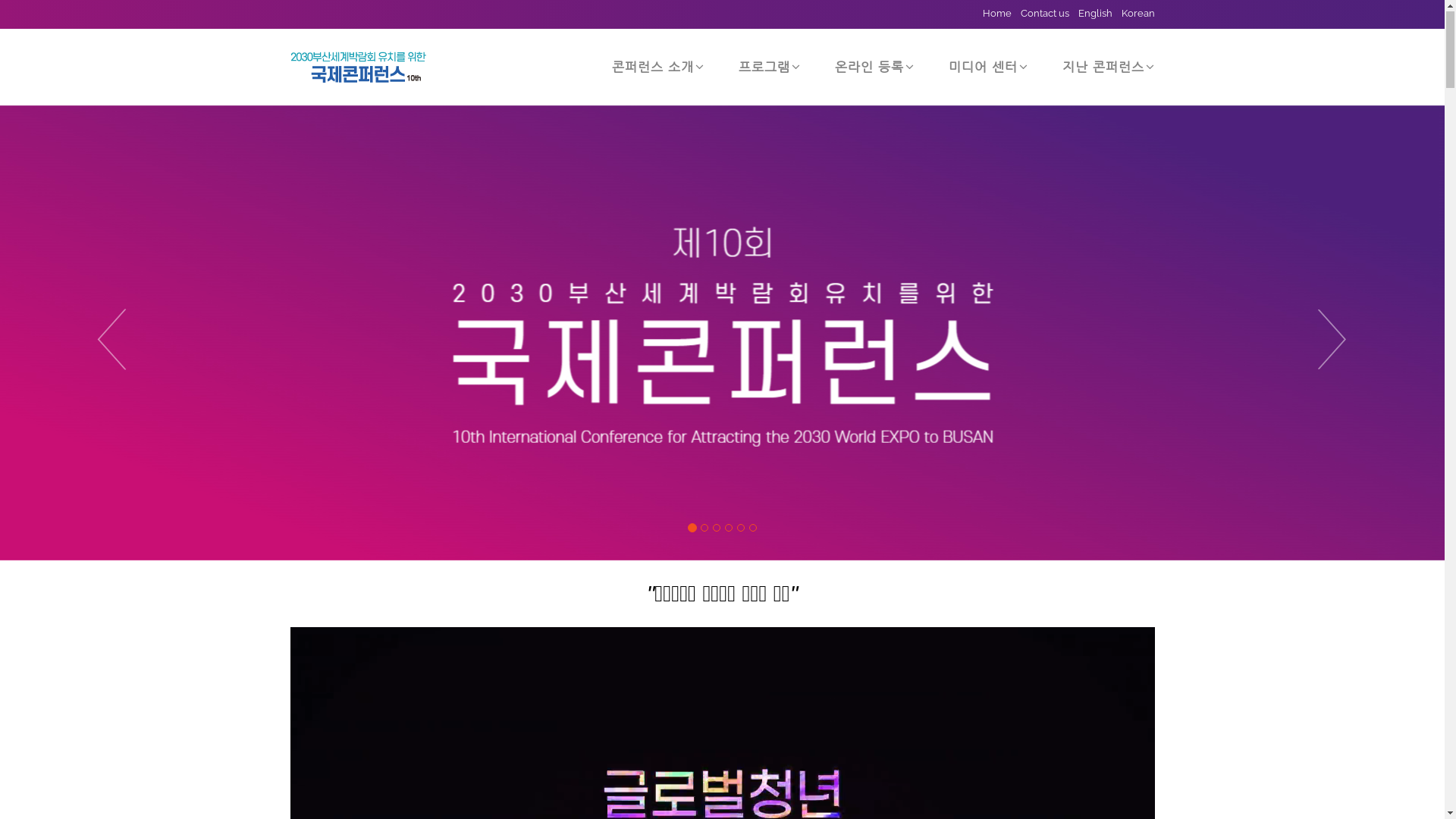  What do you see at coordinates (1090, 14) in the screenshot?
I see `'English'` at bounding box center [1090, 14].